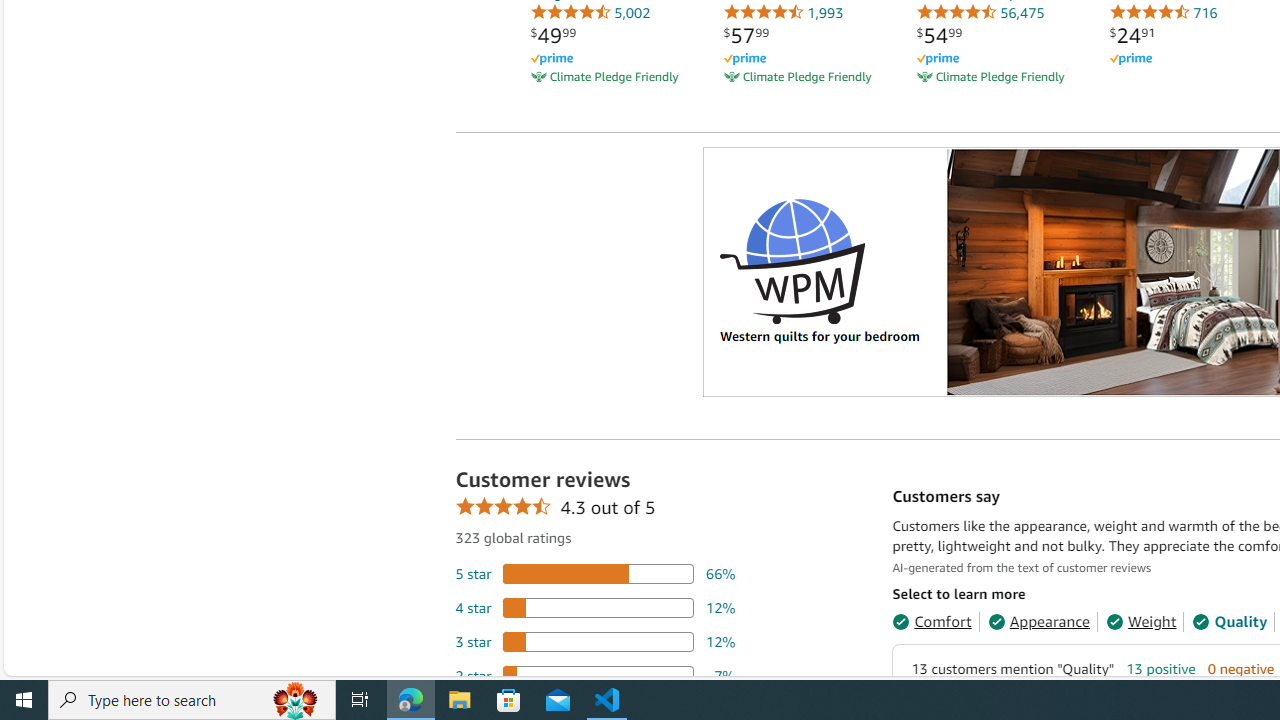 The width and height of the screenshot is (1280, 720). Describe the element at coordinates (938, 35) in the screenshot. I see `'$54.99'` at that location.